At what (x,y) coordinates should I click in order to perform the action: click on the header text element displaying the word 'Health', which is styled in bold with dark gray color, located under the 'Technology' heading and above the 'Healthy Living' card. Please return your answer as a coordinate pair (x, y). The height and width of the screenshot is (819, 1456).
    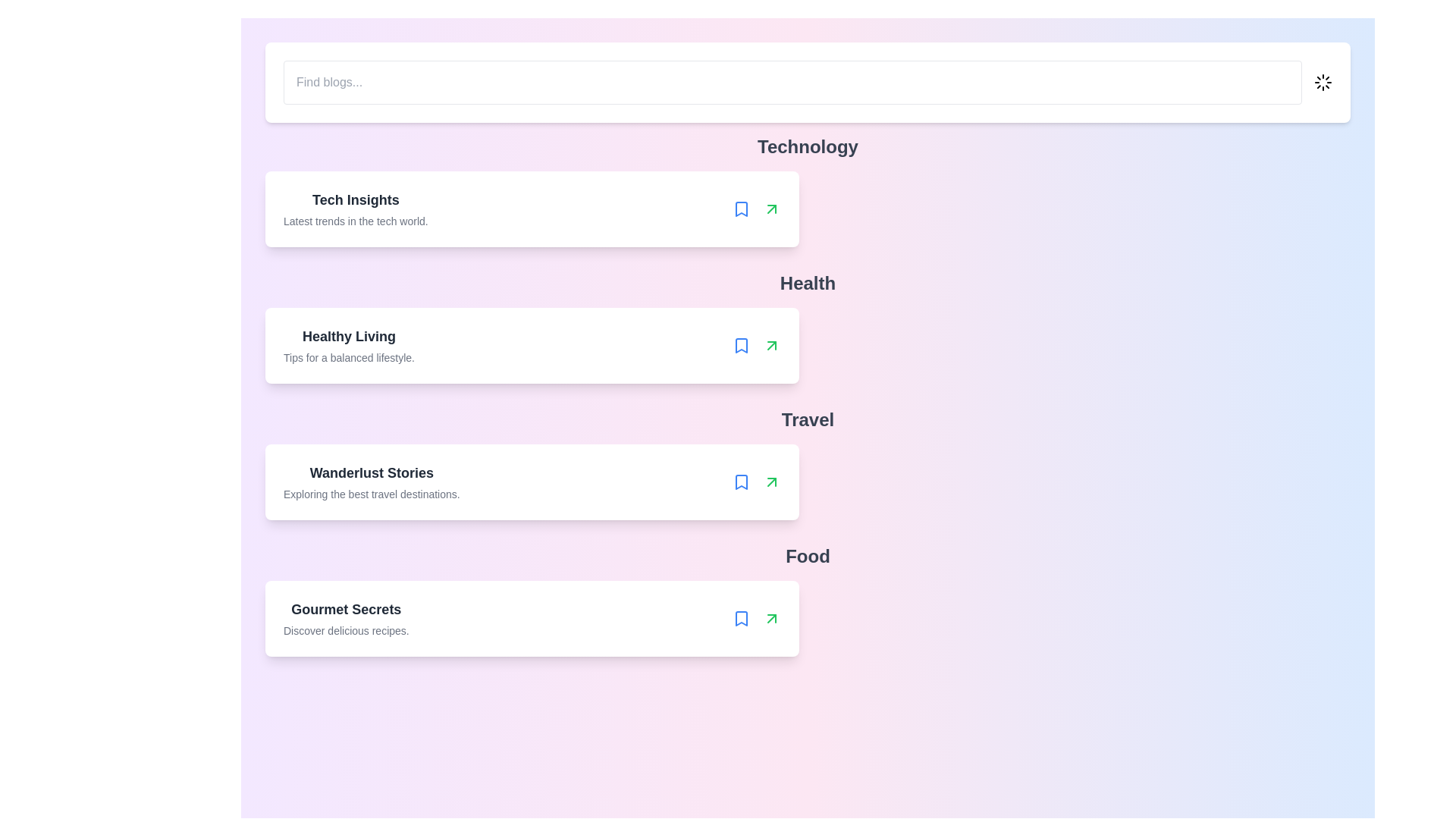
    Looking at the image, I should click on (807, 284).